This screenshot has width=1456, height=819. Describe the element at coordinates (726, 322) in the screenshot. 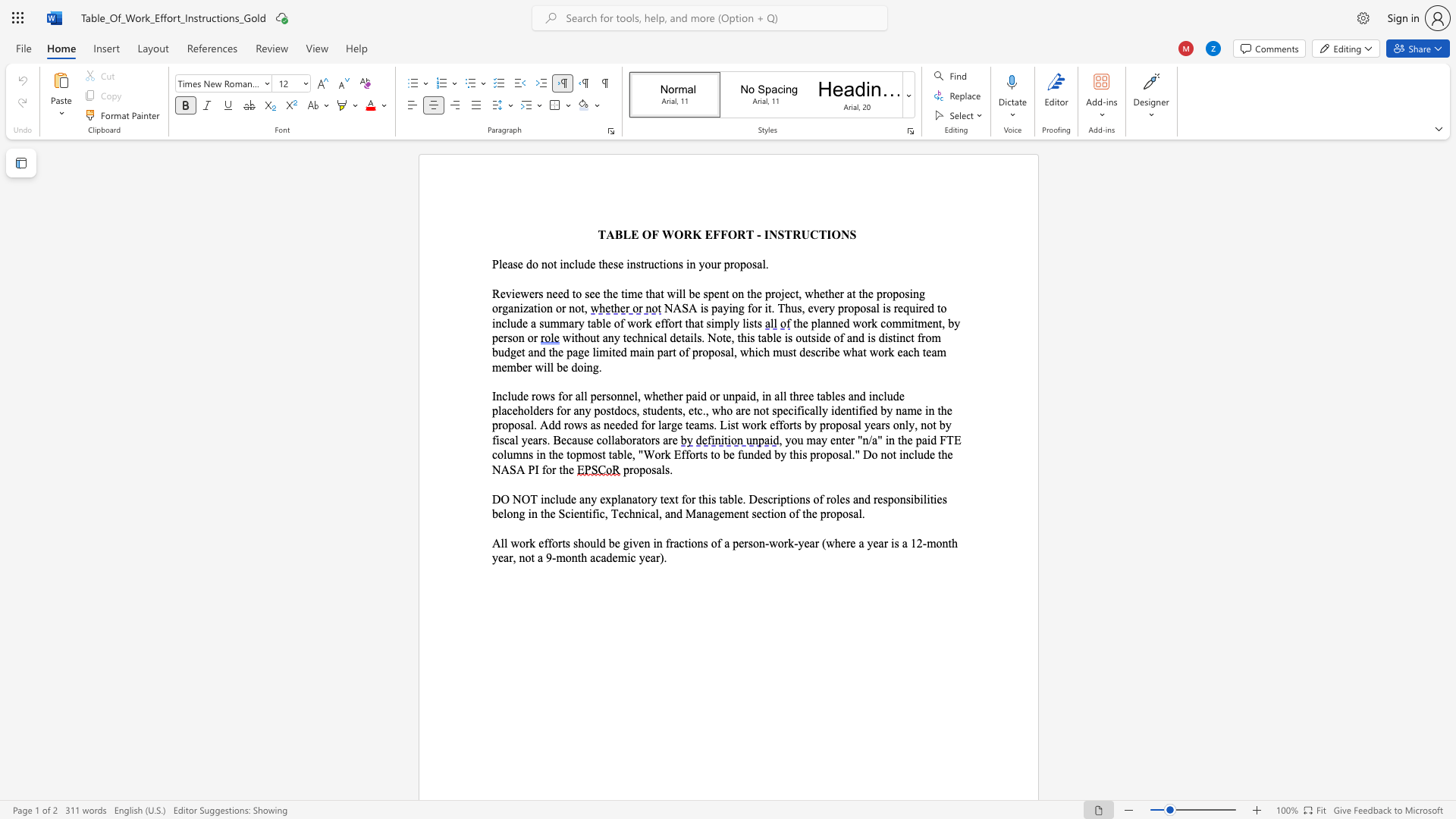

I see `the 1th character "p" in the text` at that location.